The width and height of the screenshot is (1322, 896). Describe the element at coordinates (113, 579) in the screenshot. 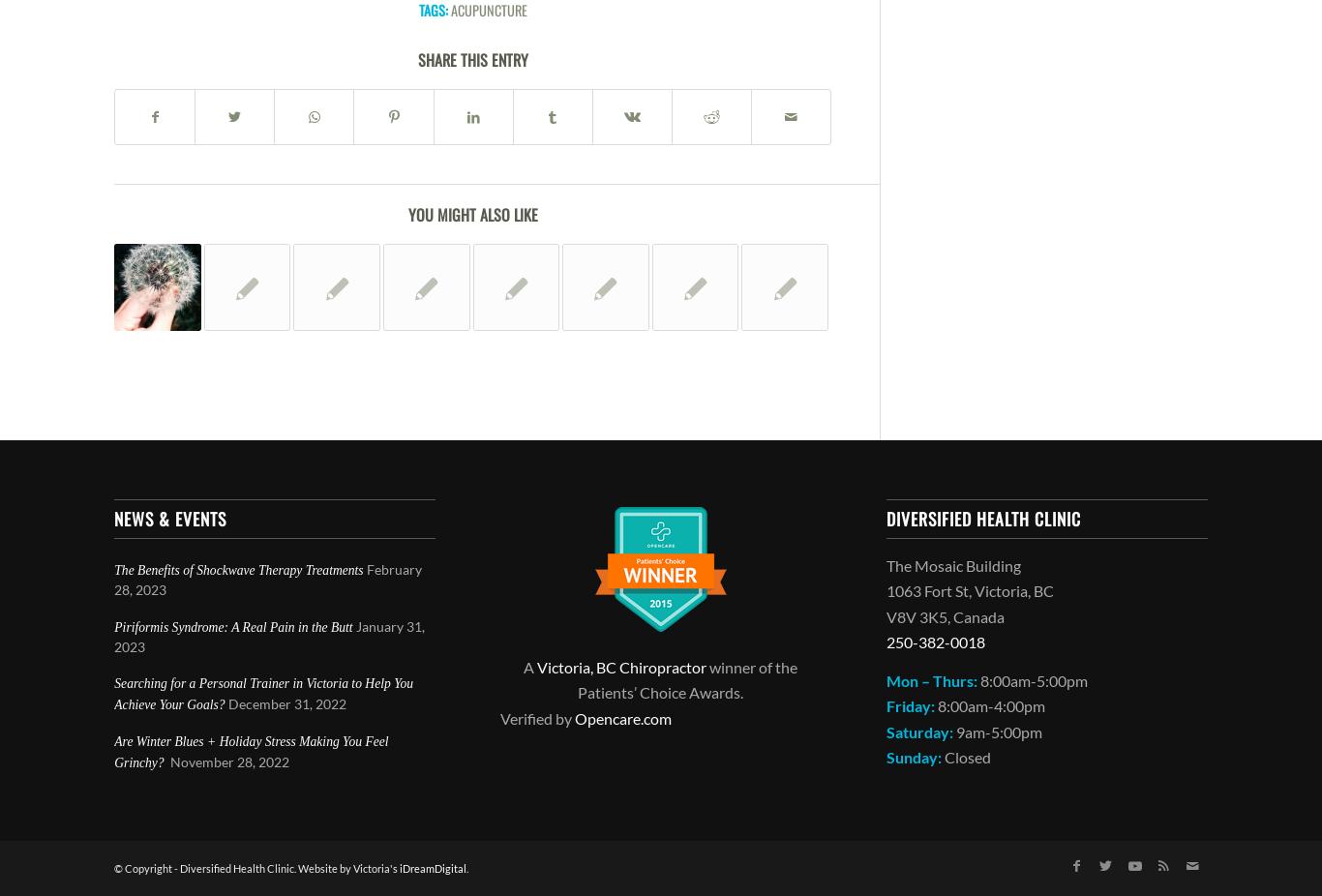

I see `'February 28, 2023'` at that location.